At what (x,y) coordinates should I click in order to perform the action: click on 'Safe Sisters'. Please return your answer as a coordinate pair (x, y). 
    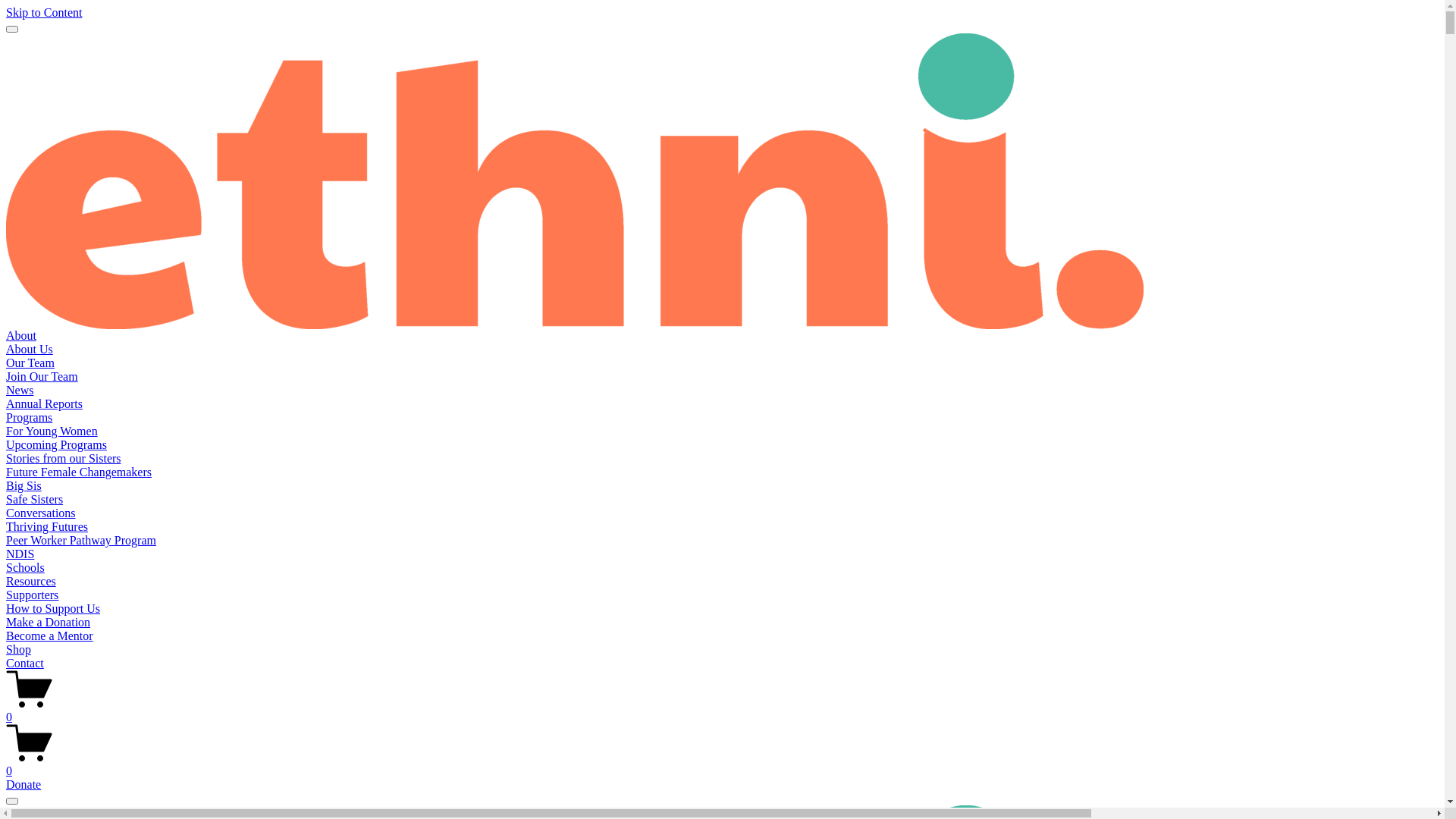
    Looking at the image, I should click on (34, 499).